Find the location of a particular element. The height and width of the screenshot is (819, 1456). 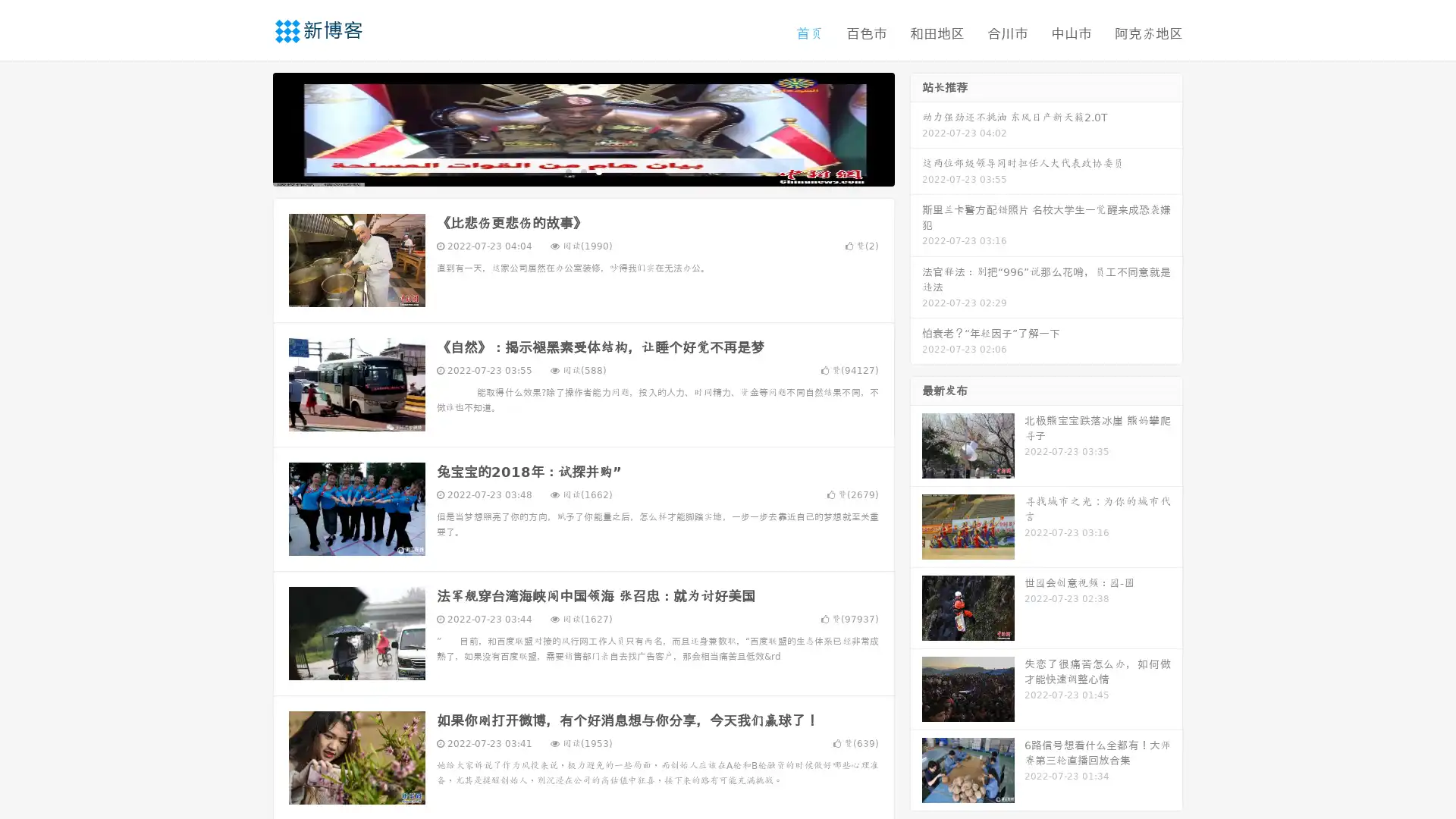

Go to slide 1 is located at coordinates (567, 171).